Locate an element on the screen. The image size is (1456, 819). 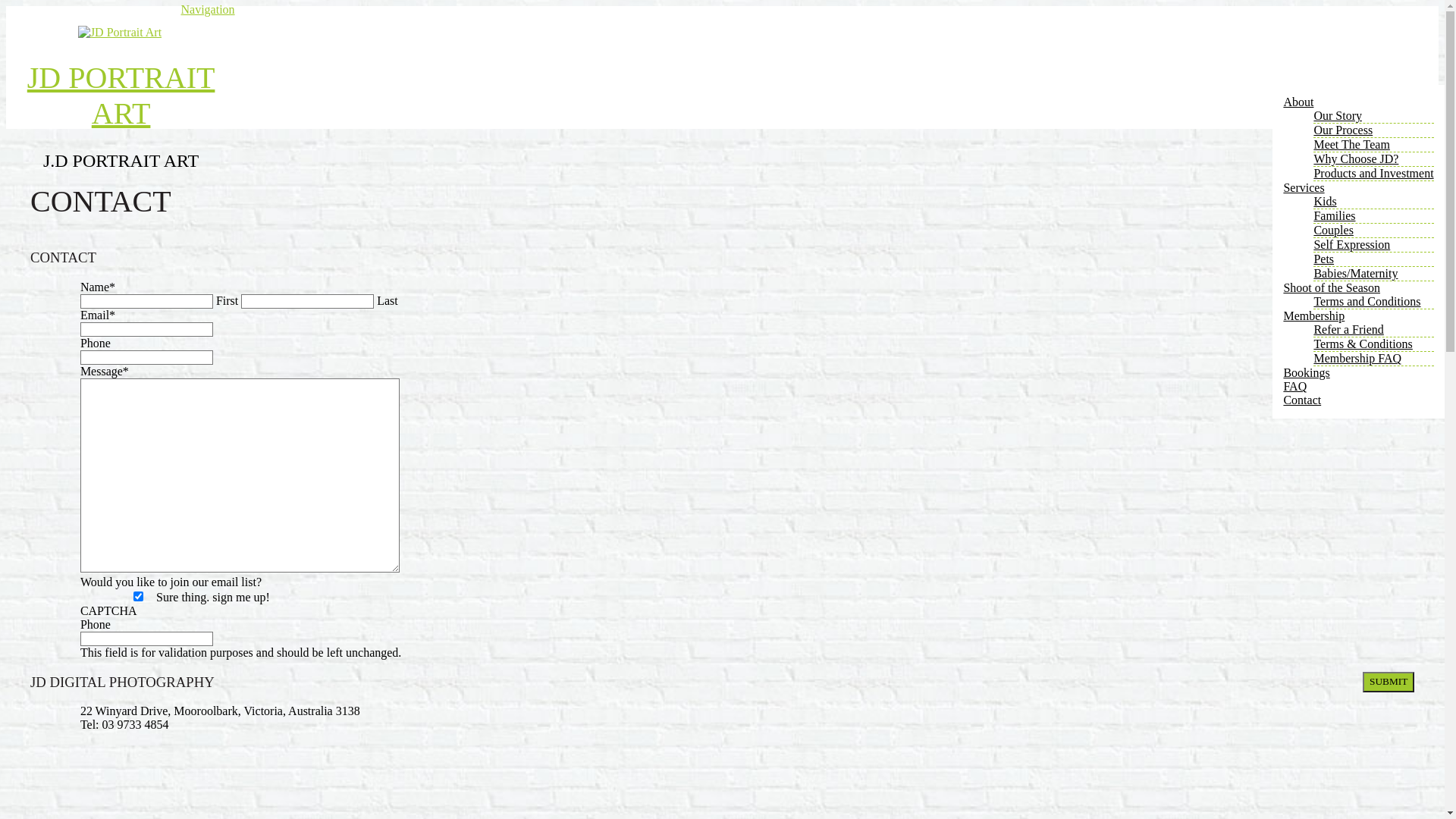
'Membership FAQ' is located at coordinates (1313, 358).